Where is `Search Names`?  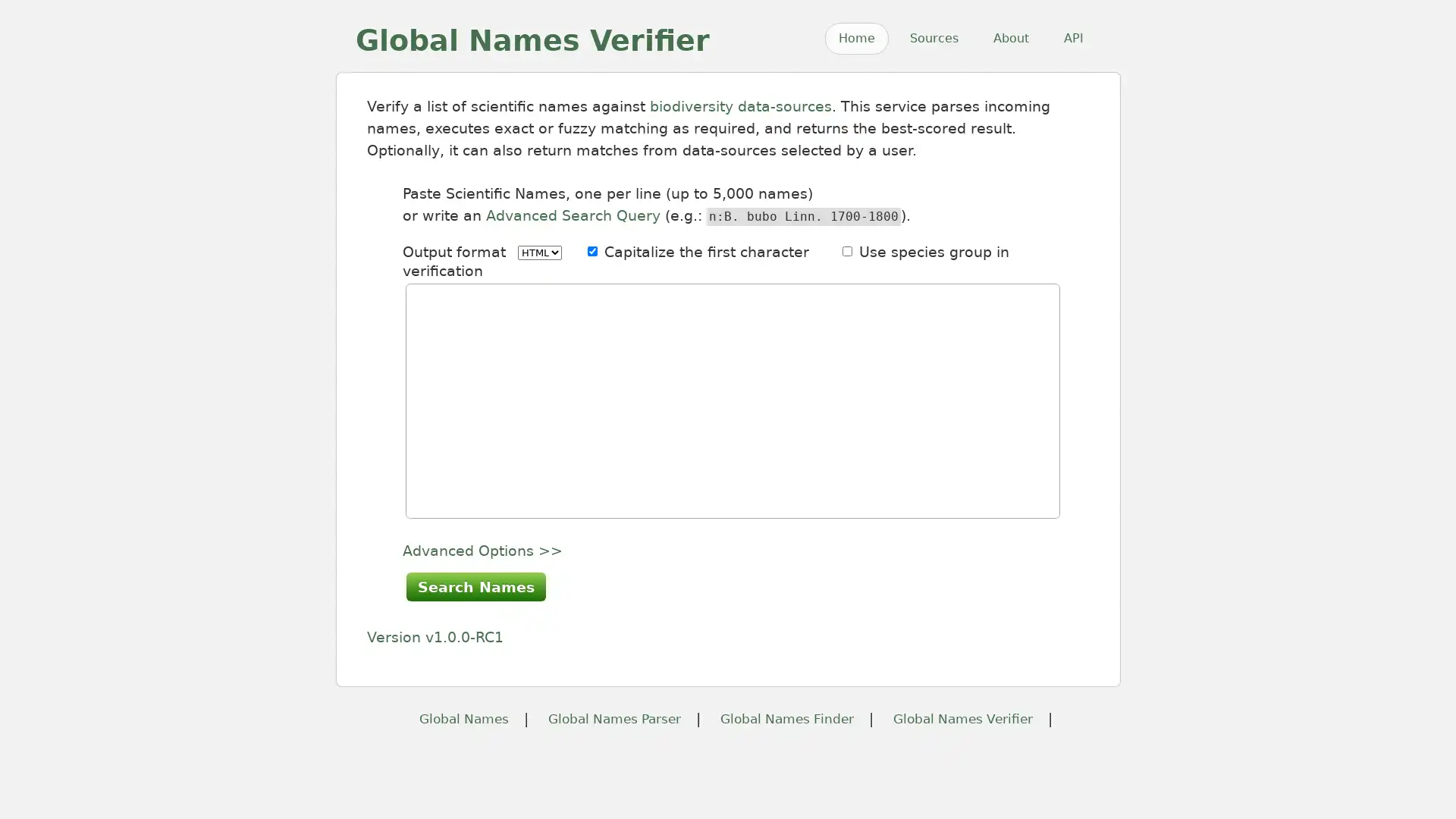 Search Names is located at coordinates (475, 586).